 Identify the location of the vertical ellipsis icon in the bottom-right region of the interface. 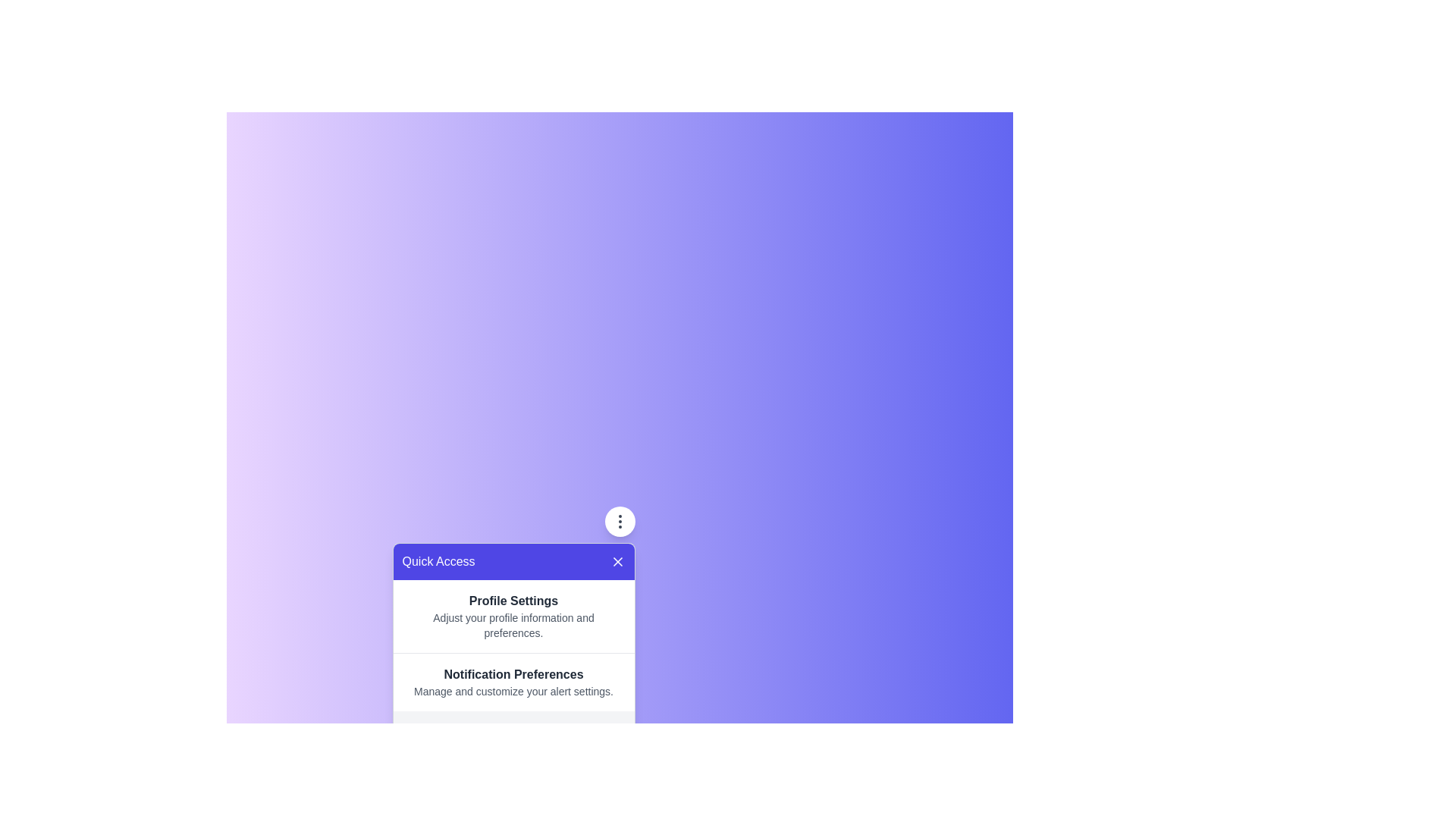
(620, 520).